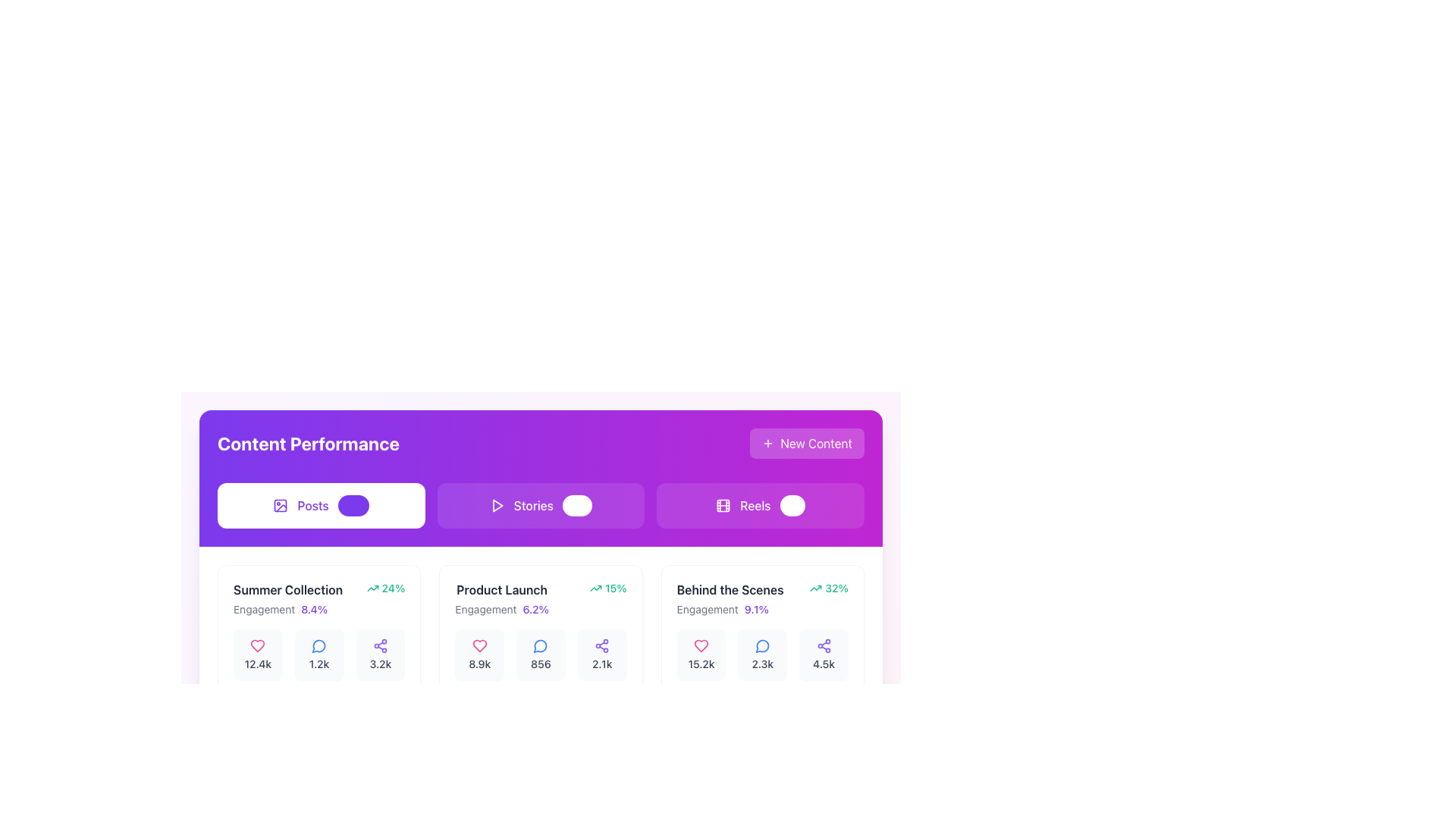 The width and height of the screenshot is (1456, 819). Describe the element at coordinates (318, 654) in the screenshot. I see `the engagement metric display component represented by the speech bubble icon and the numeric value '1.2k' located in the second column below the 'Summer Collection' section` at that location.